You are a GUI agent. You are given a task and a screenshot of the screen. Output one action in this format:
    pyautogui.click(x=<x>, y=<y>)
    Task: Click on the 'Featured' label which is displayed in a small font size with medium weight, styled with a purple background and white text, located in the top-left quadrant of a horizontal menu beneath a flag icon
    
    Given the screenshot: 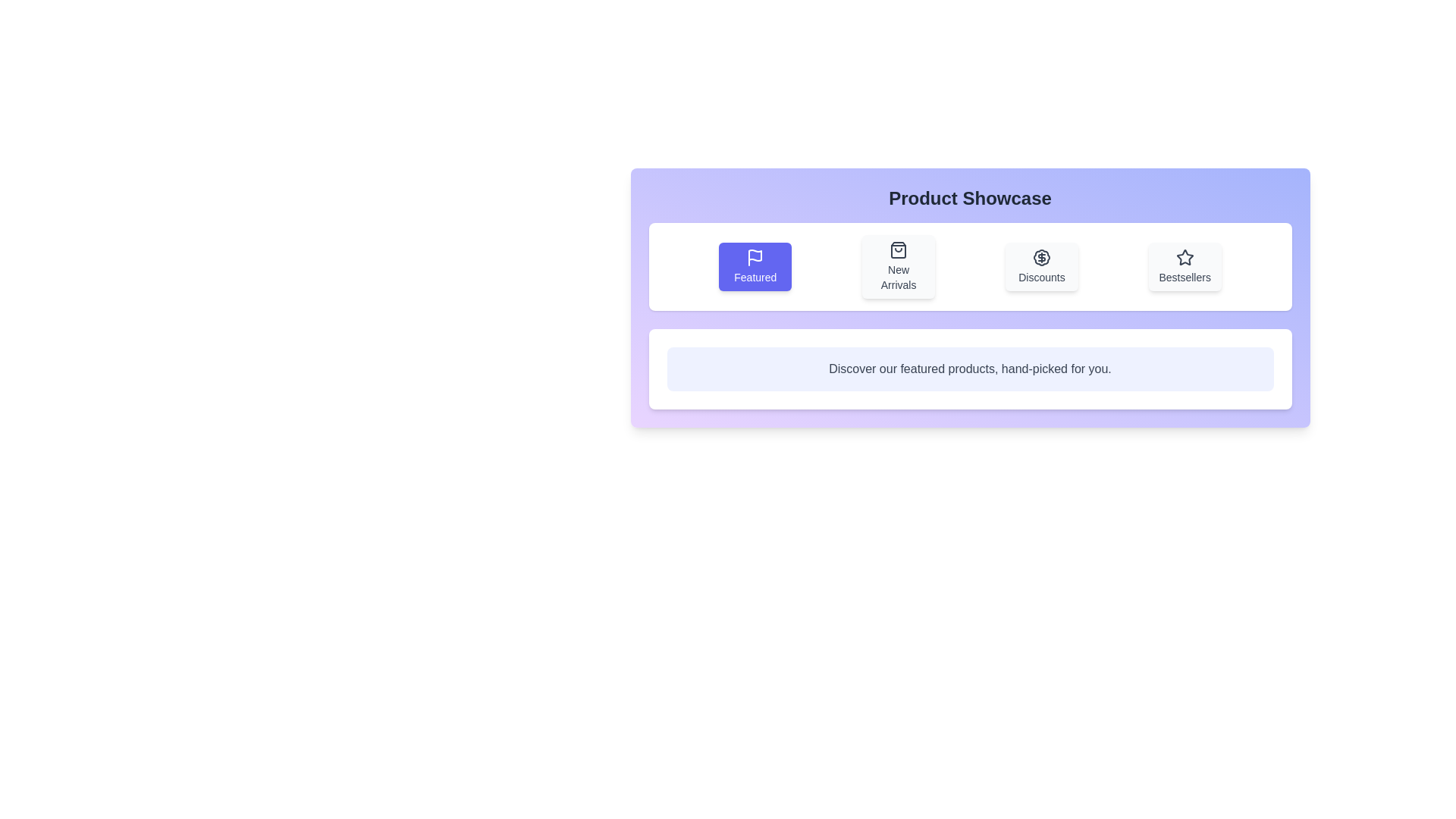 What is the action you would take?
    pyautogui.click(x=755, y=278)
    